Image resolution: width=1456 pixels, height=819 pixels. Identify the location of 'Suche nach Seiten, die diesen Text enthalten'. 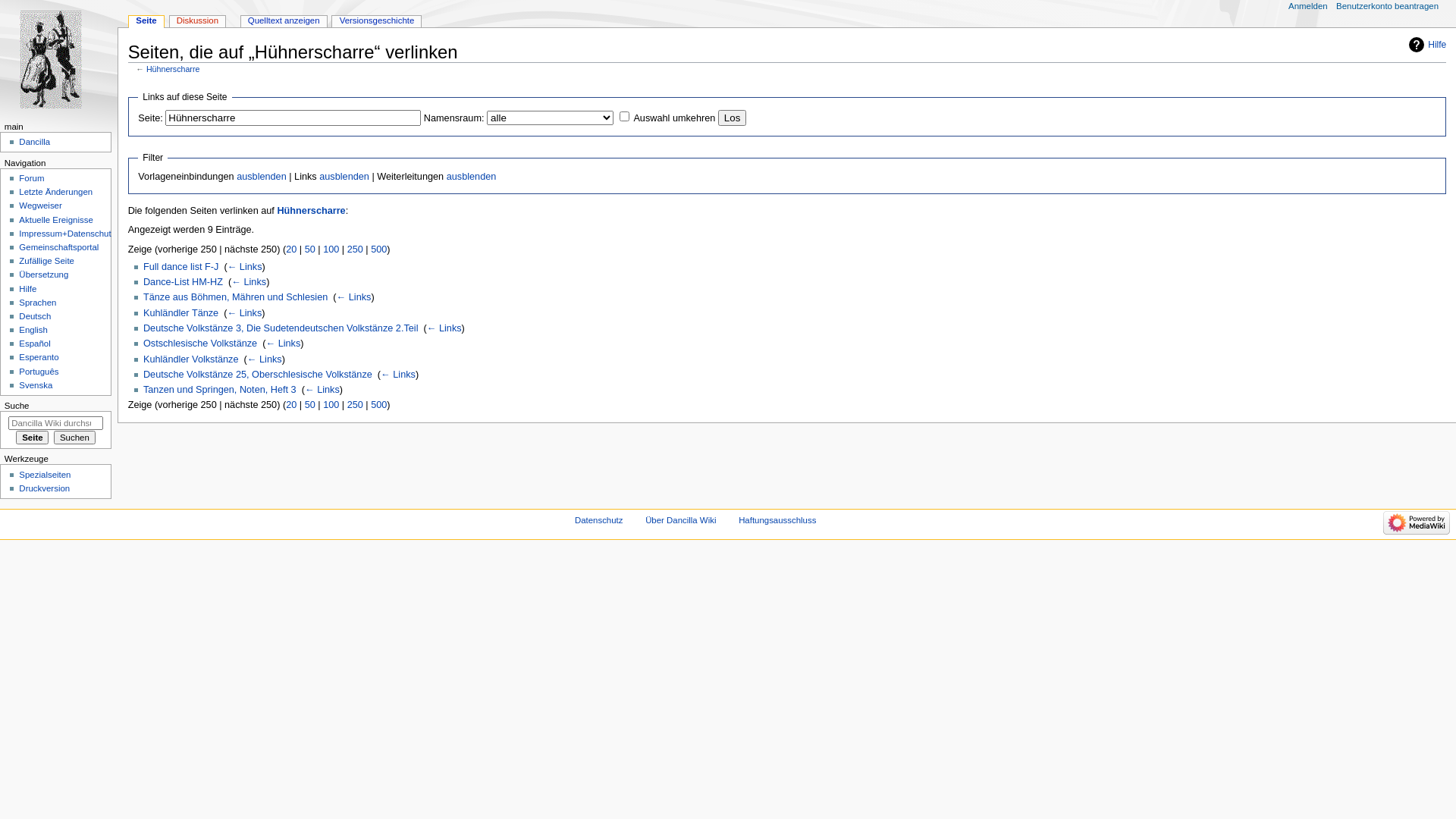
(74, 438).